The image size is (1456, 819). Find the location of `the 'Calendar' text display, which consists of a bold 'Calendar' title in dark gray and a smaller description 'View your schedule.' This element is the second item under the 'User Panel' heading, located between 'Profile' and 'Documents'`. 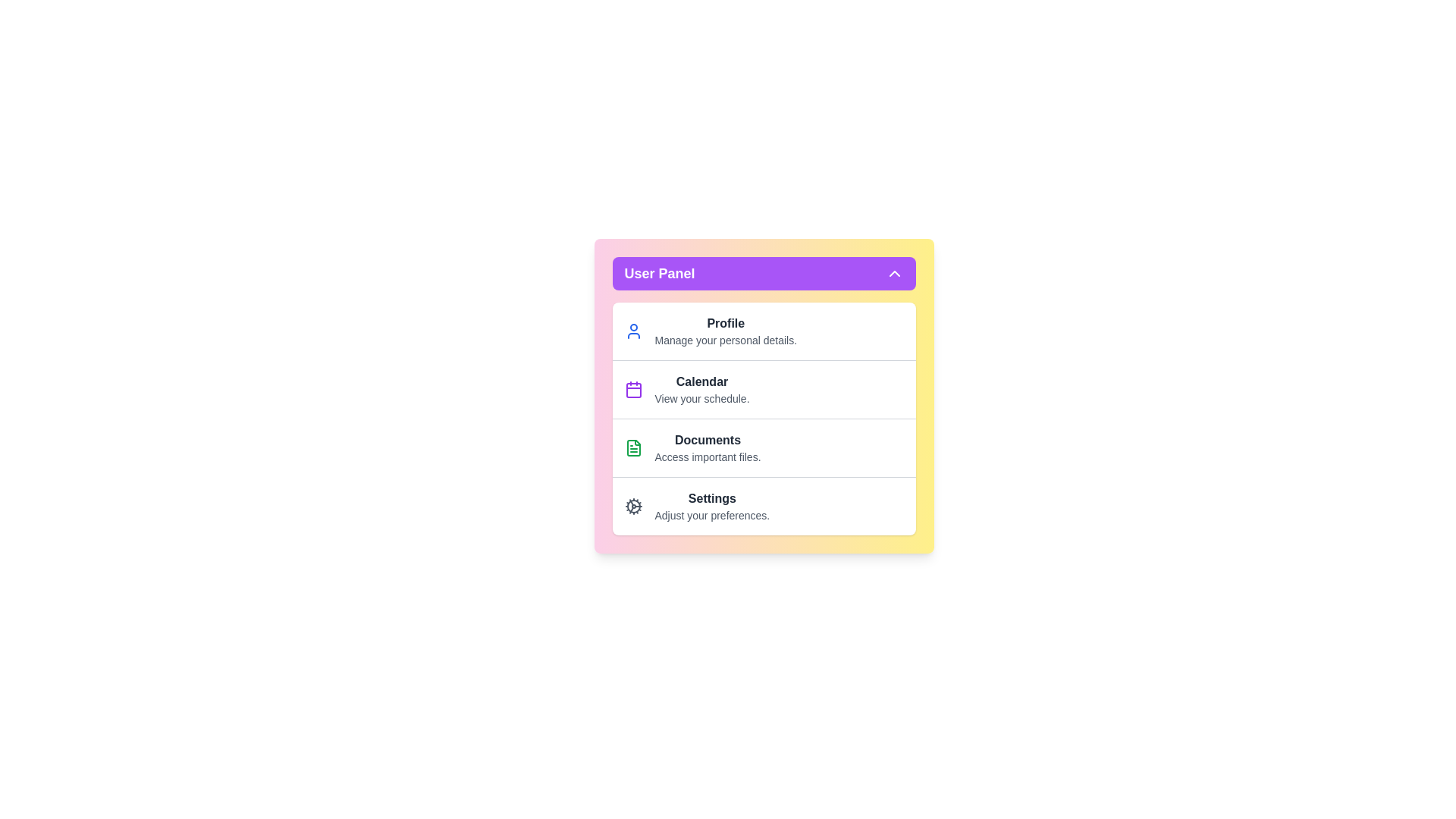

the 'Calendar' text display, which consists of a bold 'Calendar' title in dark gray and a smaller description 'View your schedule.' This element is the second item under the 'User Panel' heading, located between 'Profile' and 'Documents' is located at coordinates (701, 388).